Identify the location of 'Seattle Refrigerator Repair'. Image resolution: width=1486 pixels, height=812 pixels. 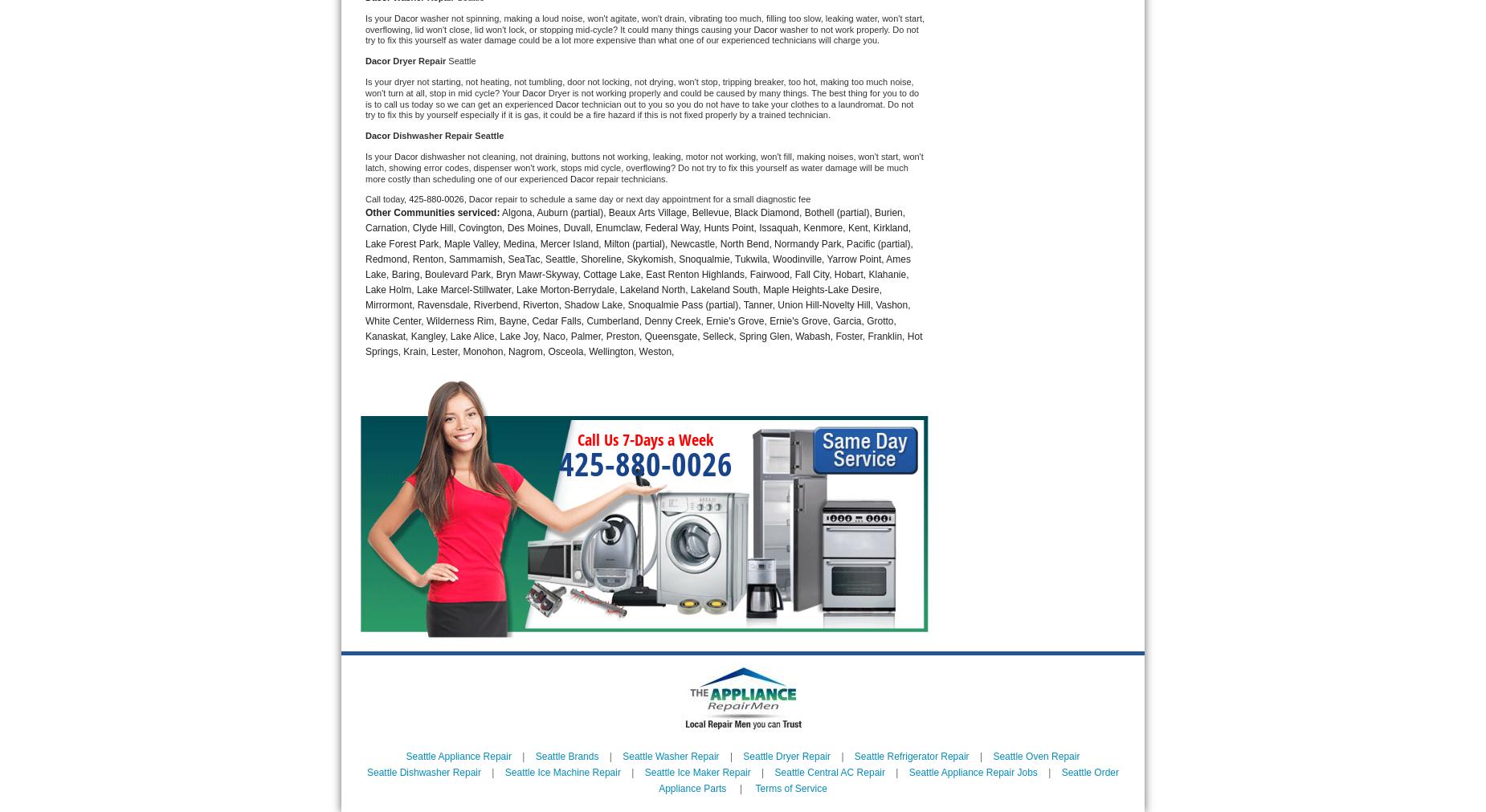
(853, 756).